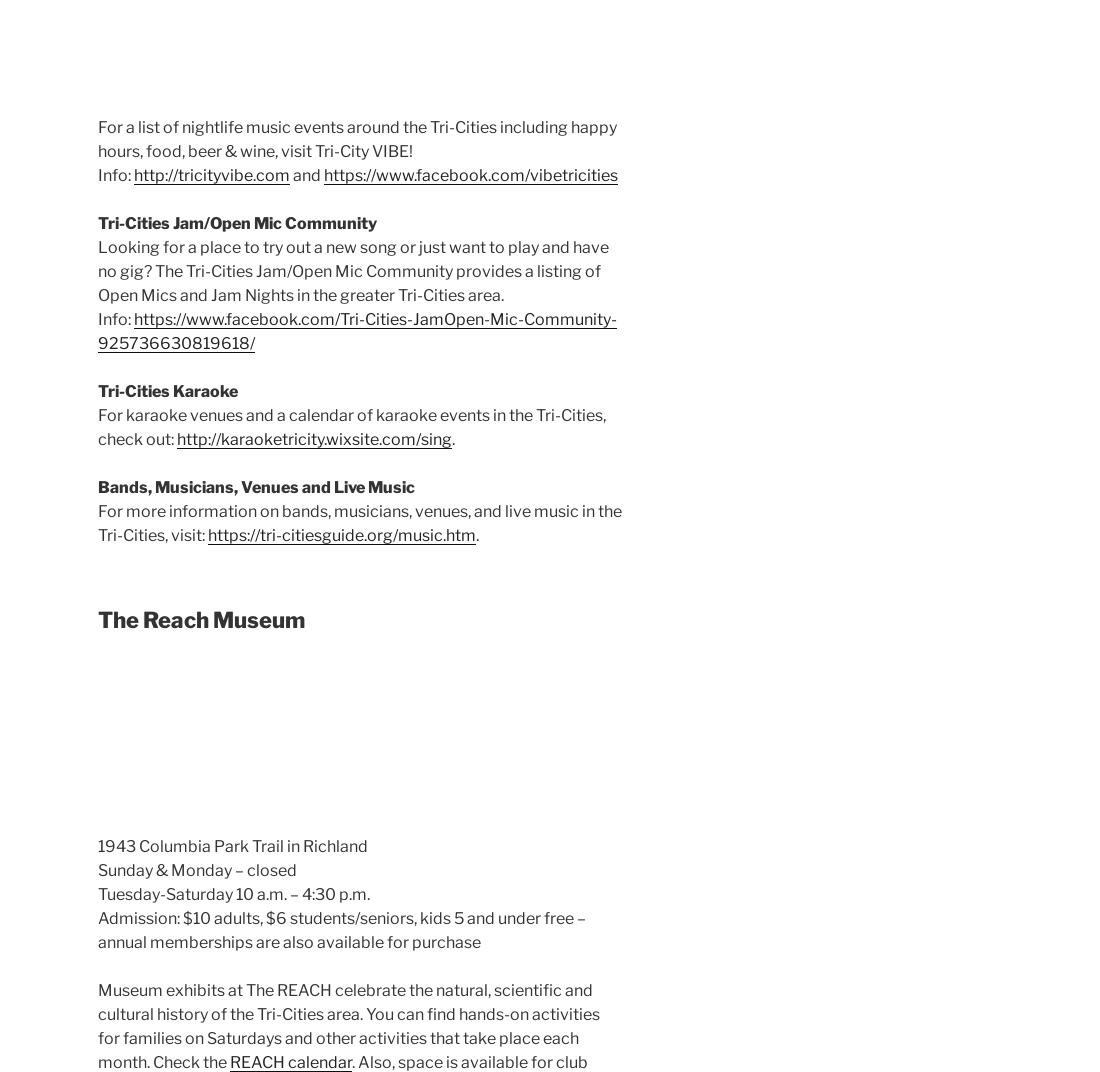 The image size is (1100, 1072). I want to click on 'Bands, Musicians, Venues and Live Music', so click(256, 486).